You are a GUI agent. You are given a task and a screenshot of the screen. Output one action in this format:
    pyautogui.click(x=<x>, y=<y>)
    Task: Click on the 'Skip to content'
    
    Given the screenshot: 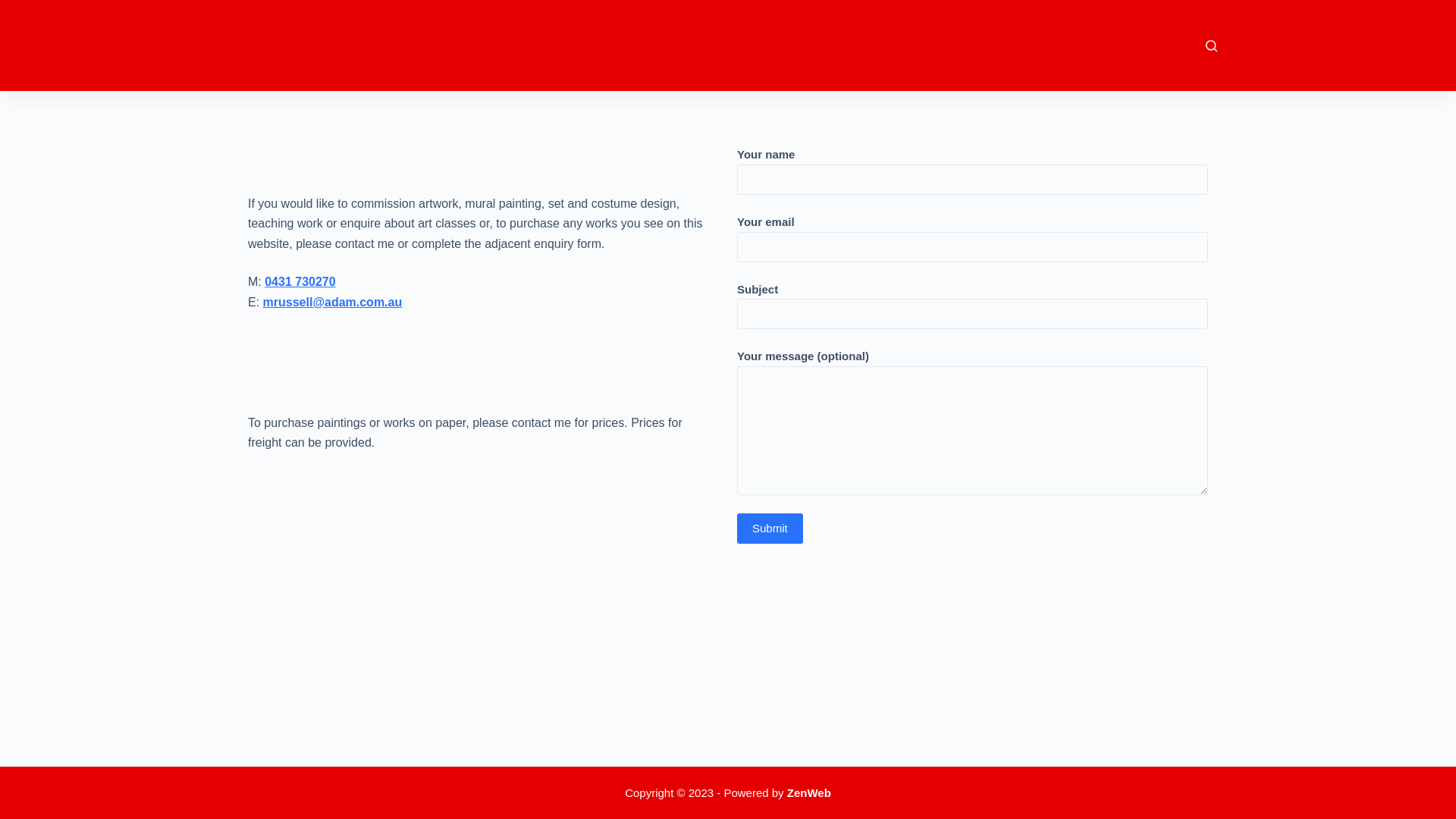 What is the action you would take?
    pyautogui.click(x=14, y=8)
    